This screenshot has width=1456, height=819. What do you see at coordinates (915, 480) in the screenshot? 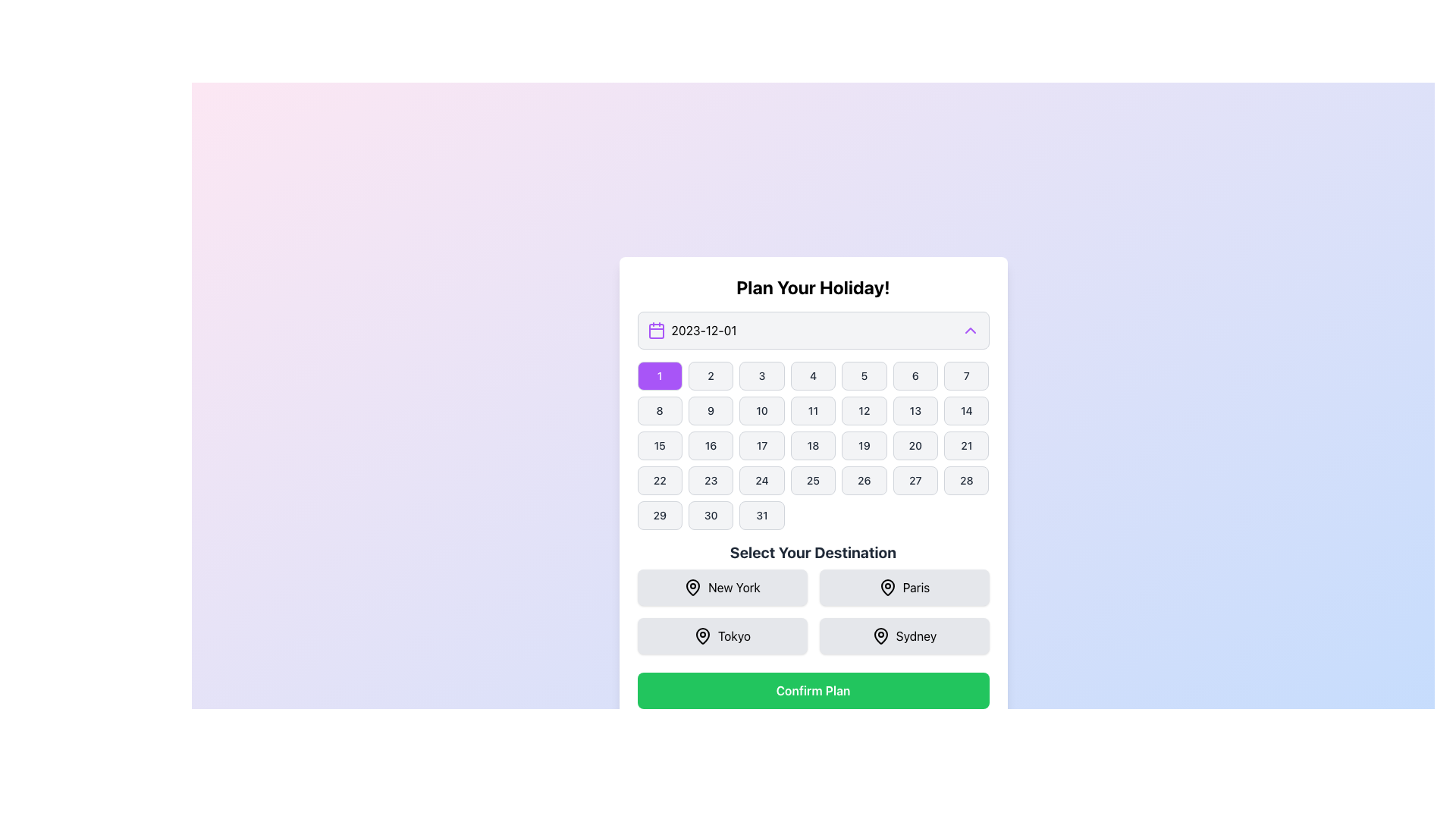
I see `the selectable date button for '27' in the calendar grid, located at the fourth row and sixth column` at bounding box center [915, 480].